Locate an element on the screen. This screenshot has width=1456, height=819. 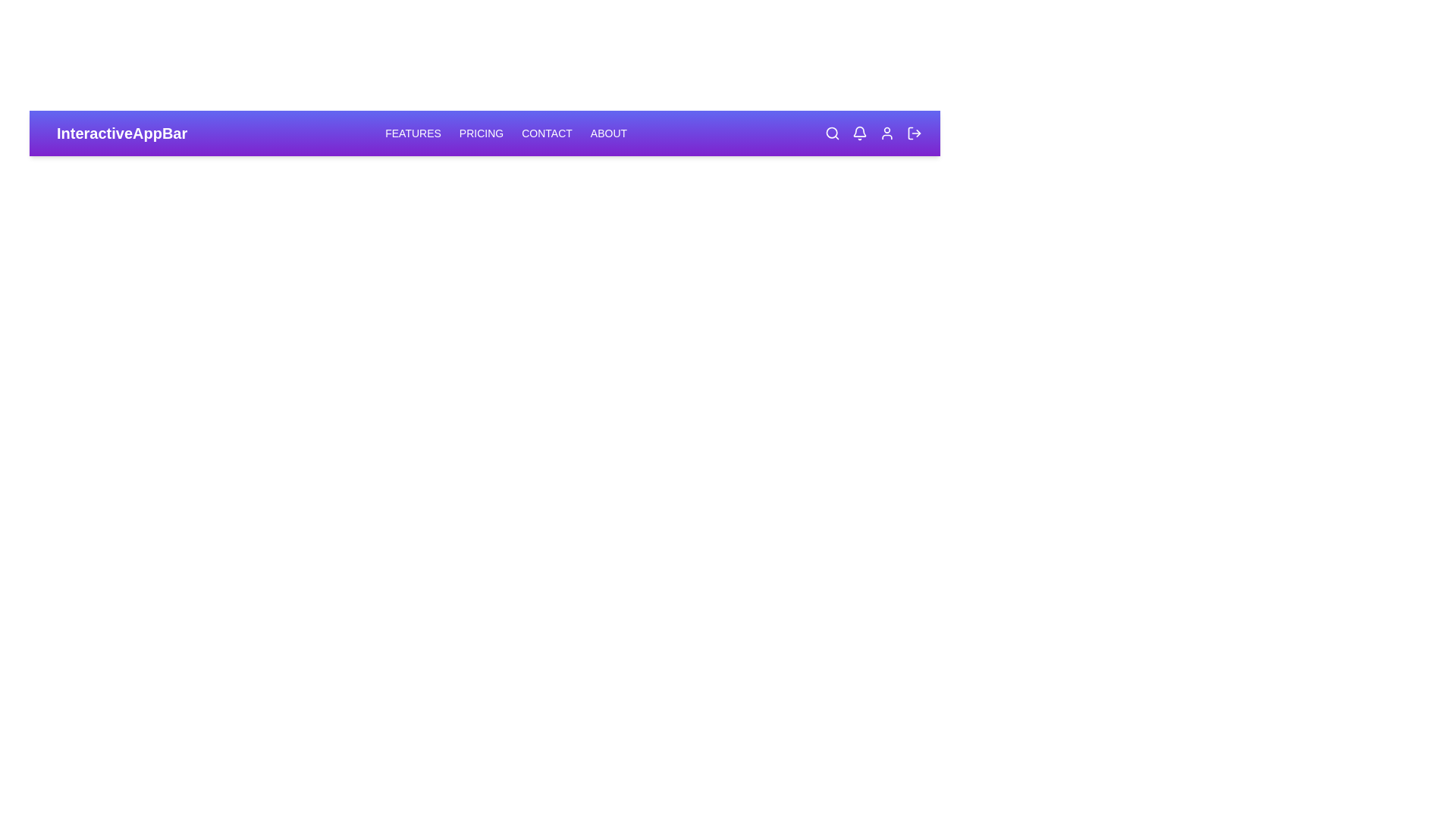
the 'Bell' icon to view notifications is located at coordinates (859, 133).